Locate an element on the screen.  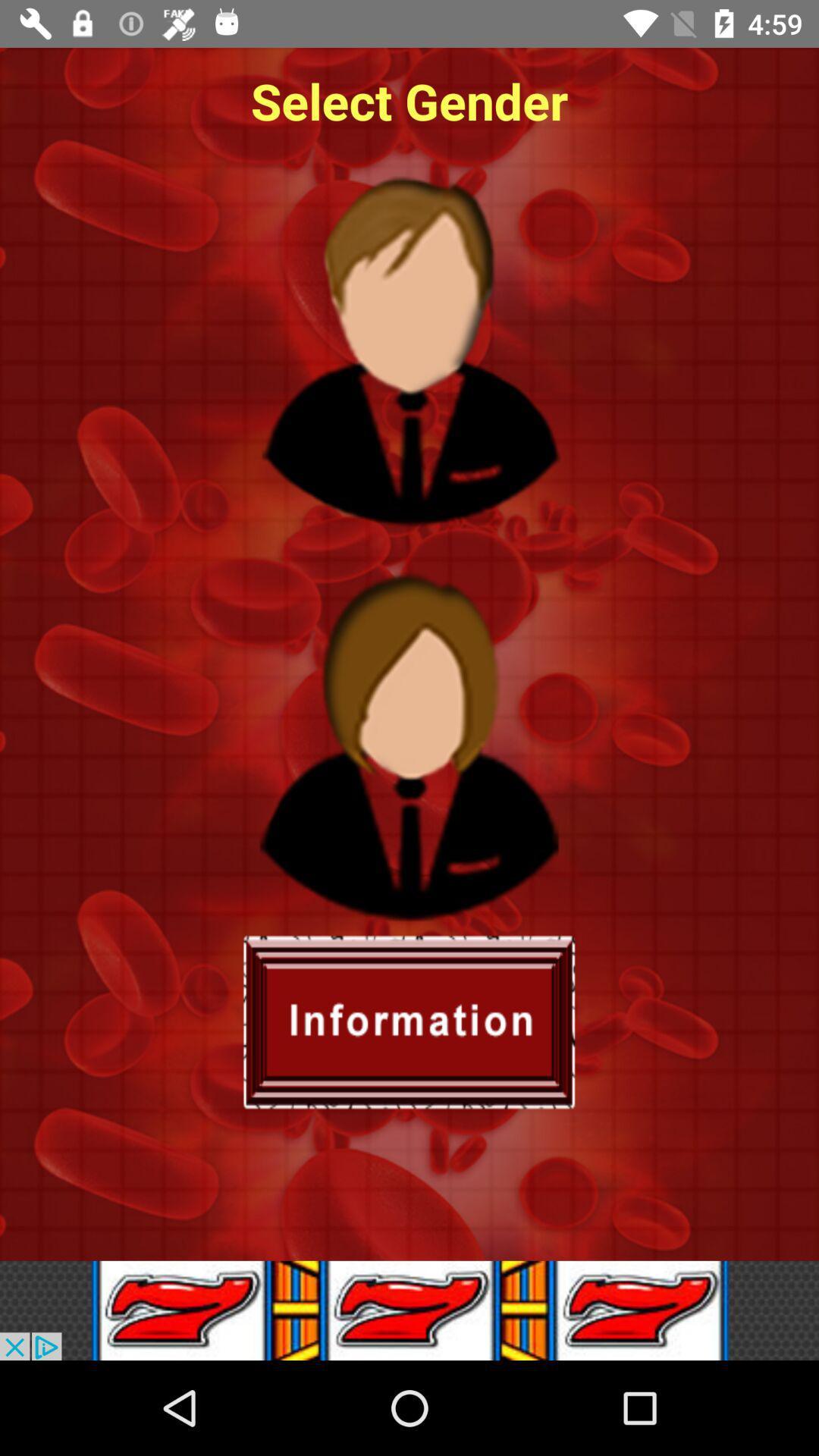
female is located at coordinates (408, 745).